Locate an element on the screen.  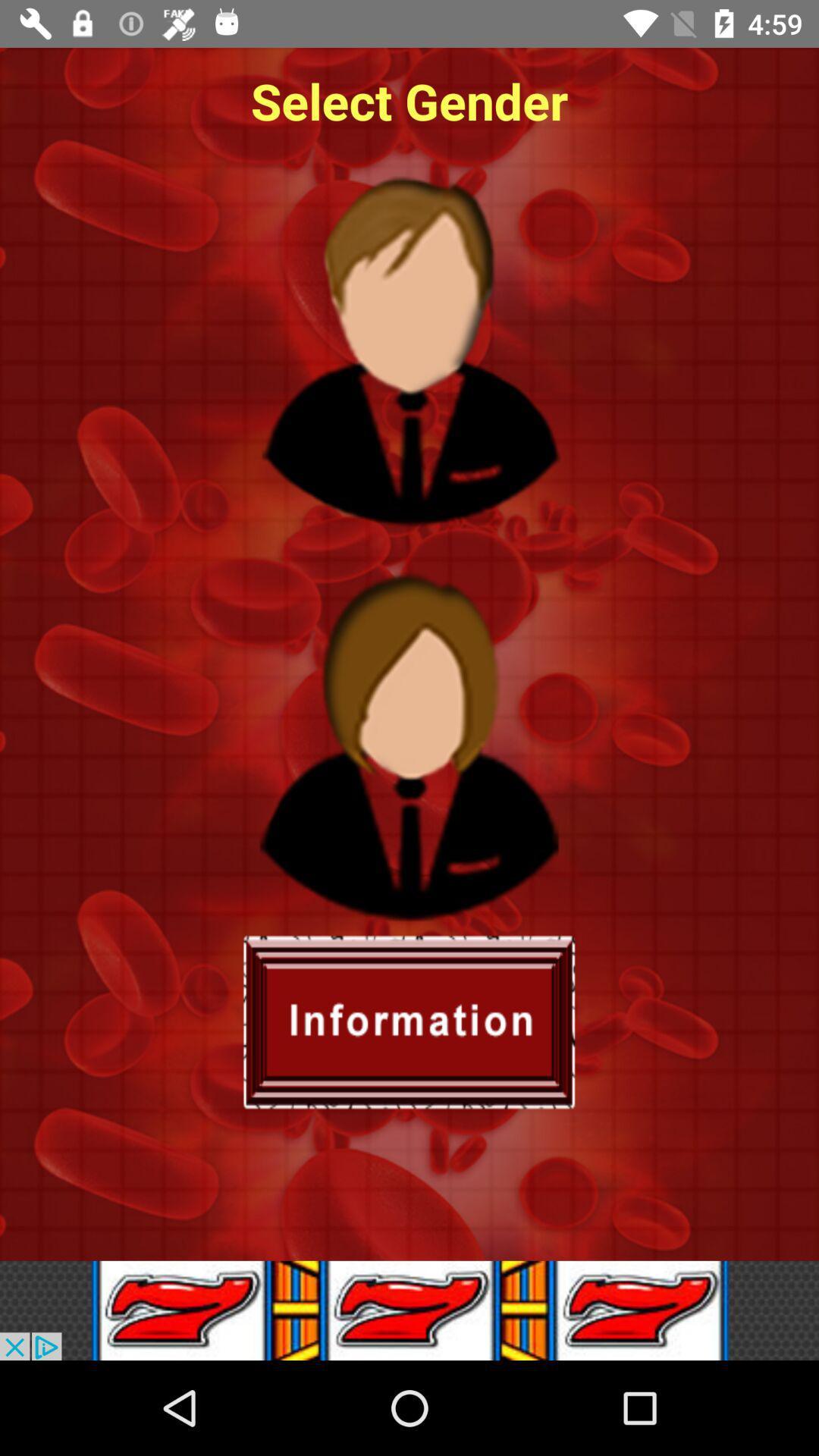
female is located at coordinates (408, 745).